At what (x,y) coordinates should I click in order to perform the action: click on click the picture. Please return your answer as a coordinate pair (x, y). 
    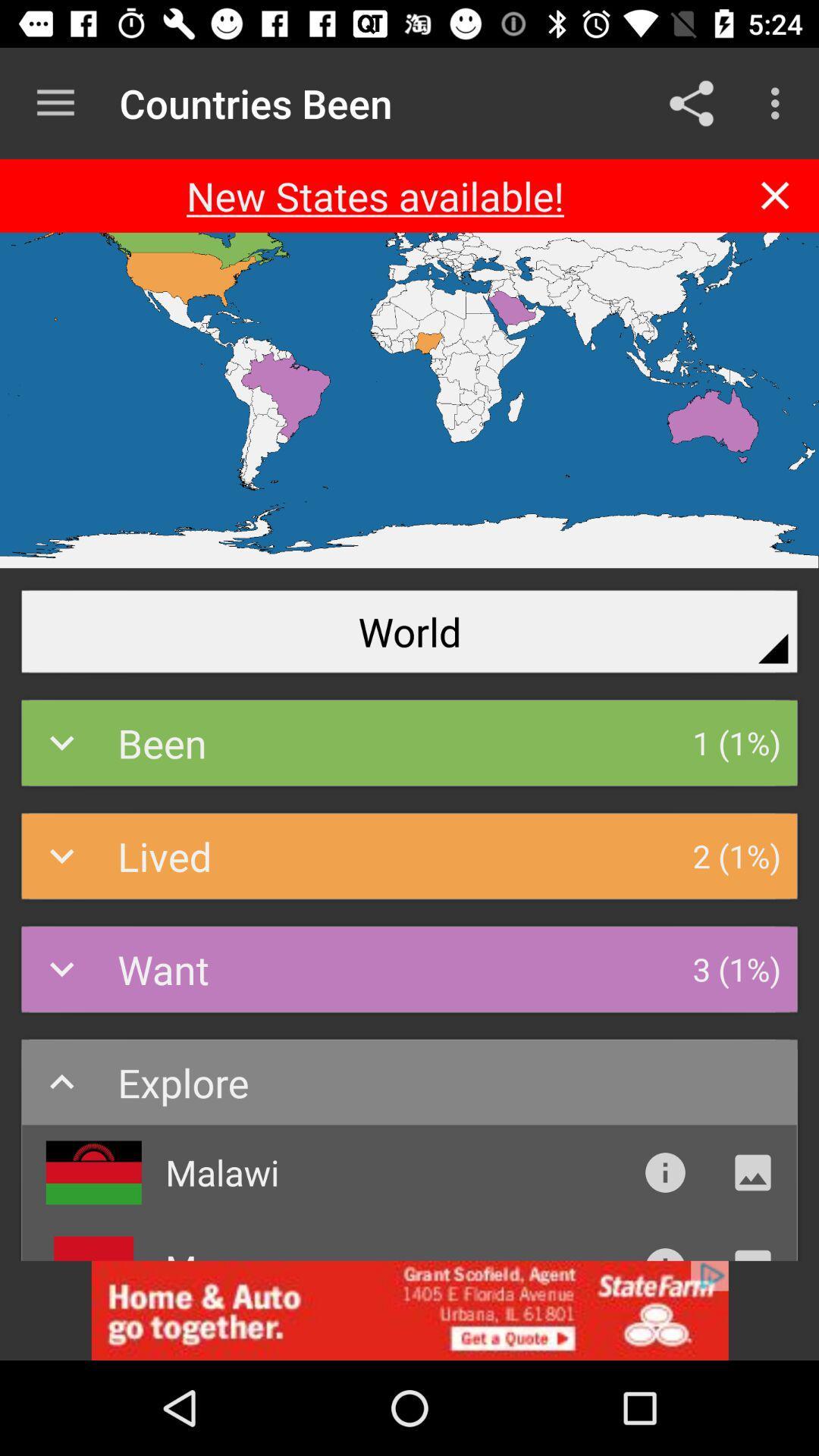
    Looking at the image, I should click on (752, 1172).